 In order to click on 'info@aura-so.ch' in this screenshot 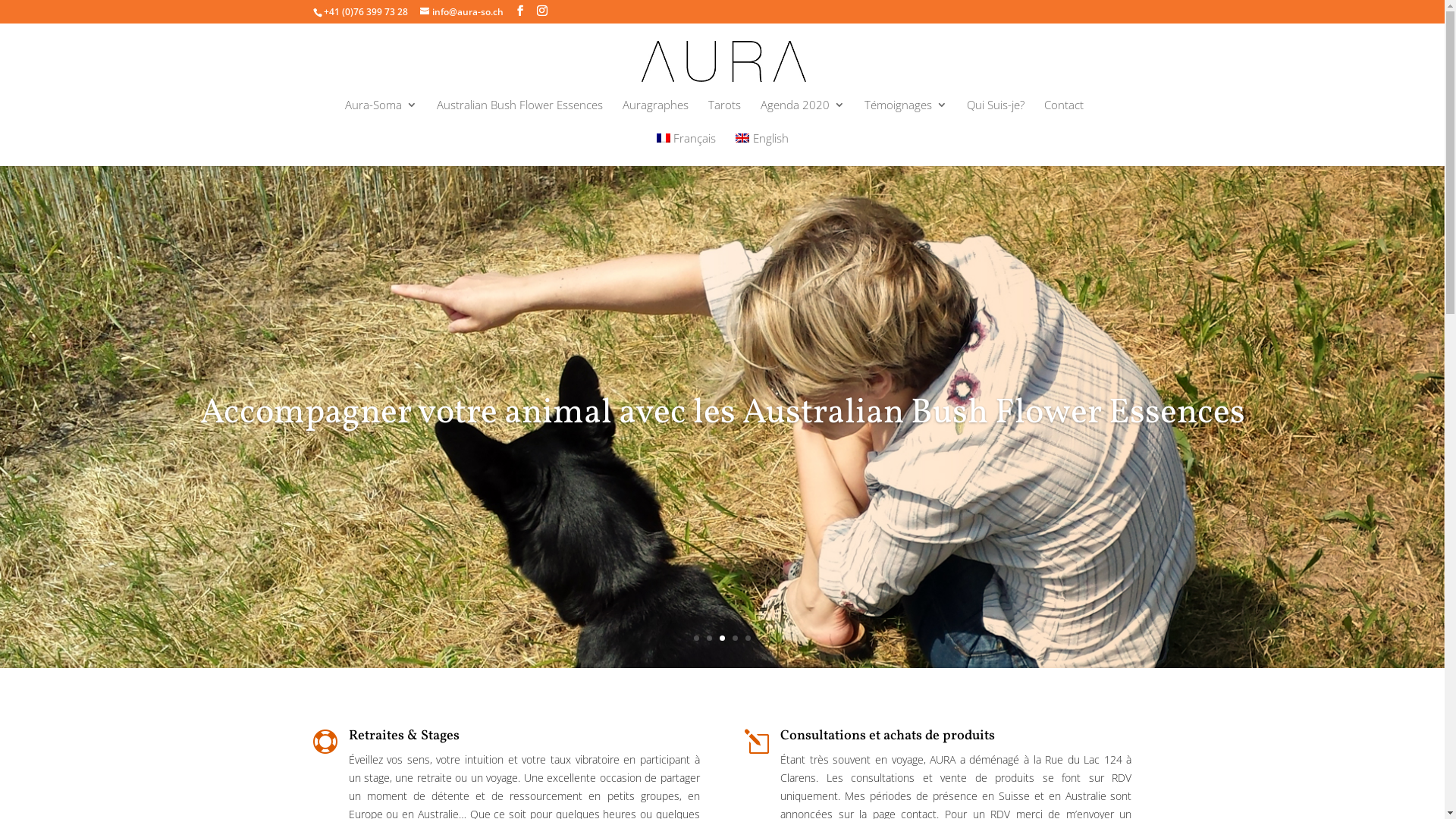, I will do `click(461, 11)`.